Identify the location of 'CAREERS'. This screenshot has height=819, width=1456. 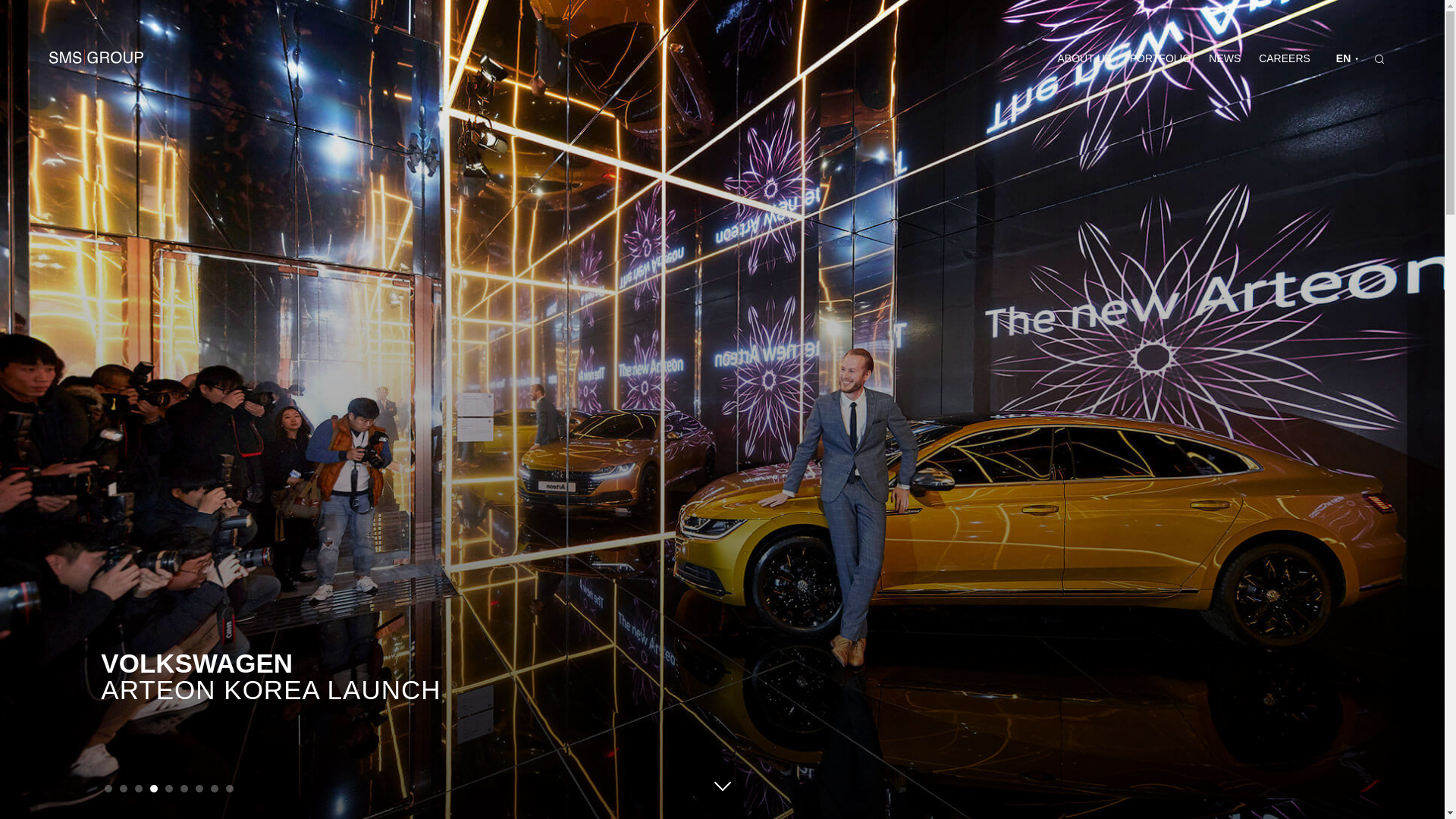
(1284, 58).